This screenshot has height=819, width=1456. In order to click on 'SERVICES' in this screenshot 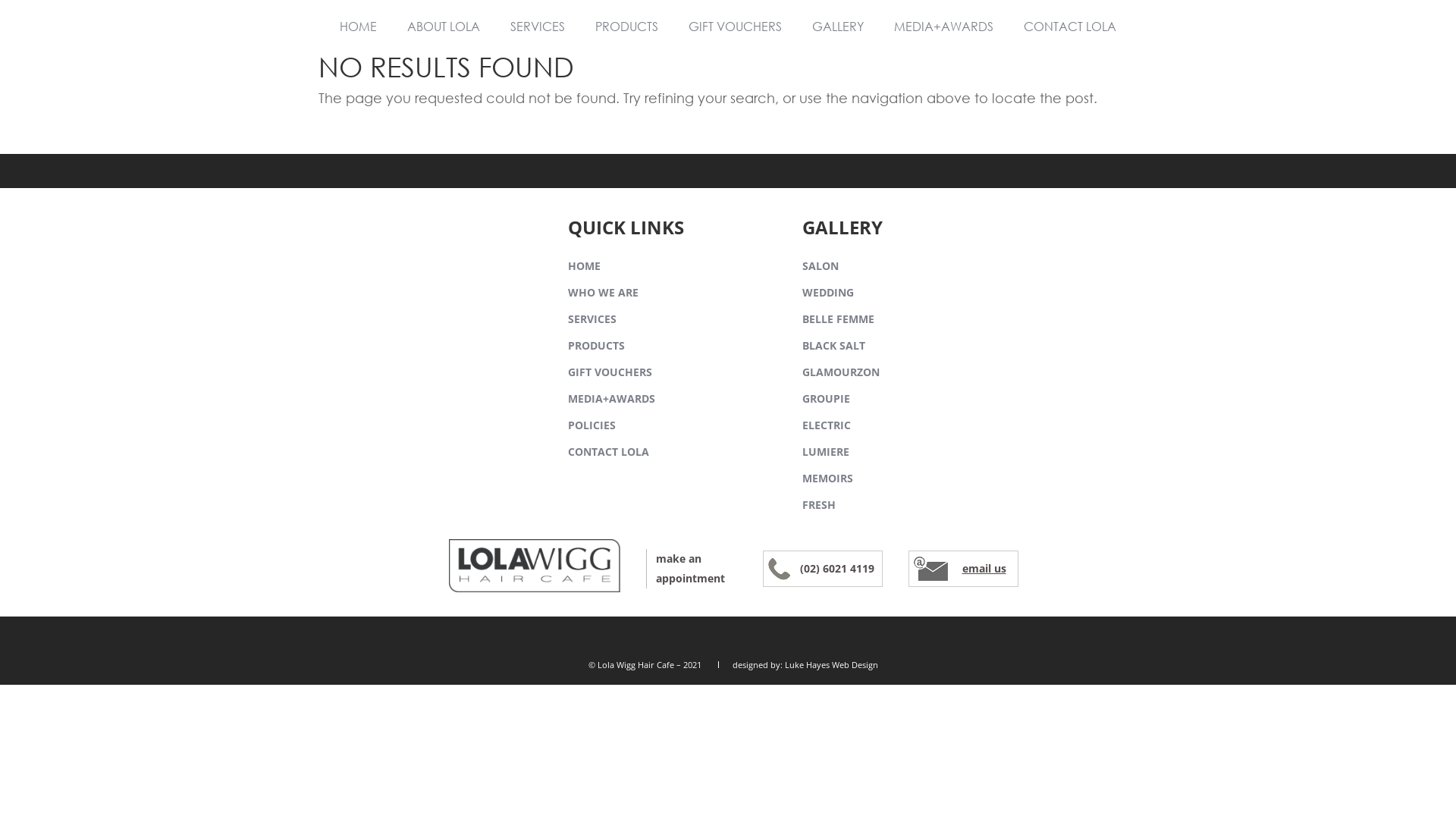, I will do `click(566, 319)`.